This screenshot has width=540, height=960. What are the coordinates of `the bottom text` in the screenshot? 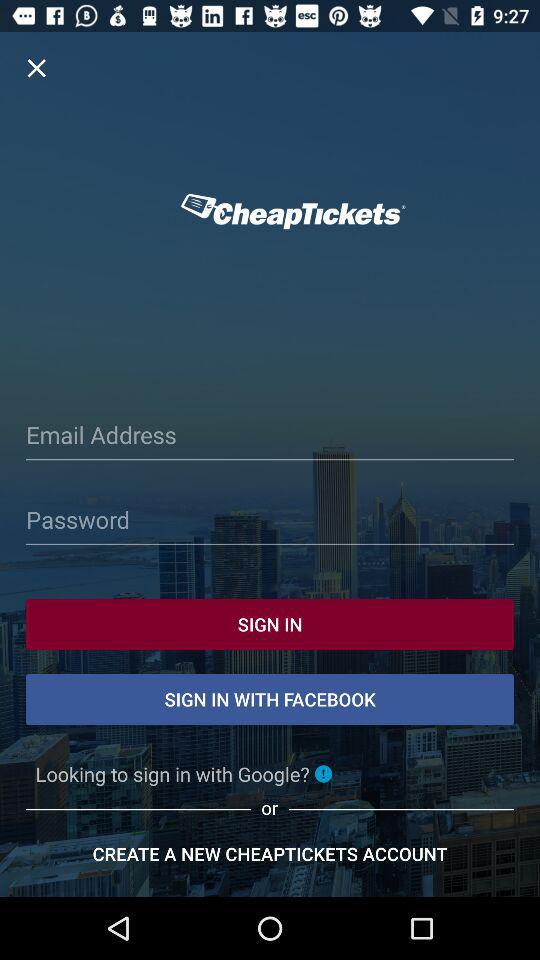 It's located at (270, 853).